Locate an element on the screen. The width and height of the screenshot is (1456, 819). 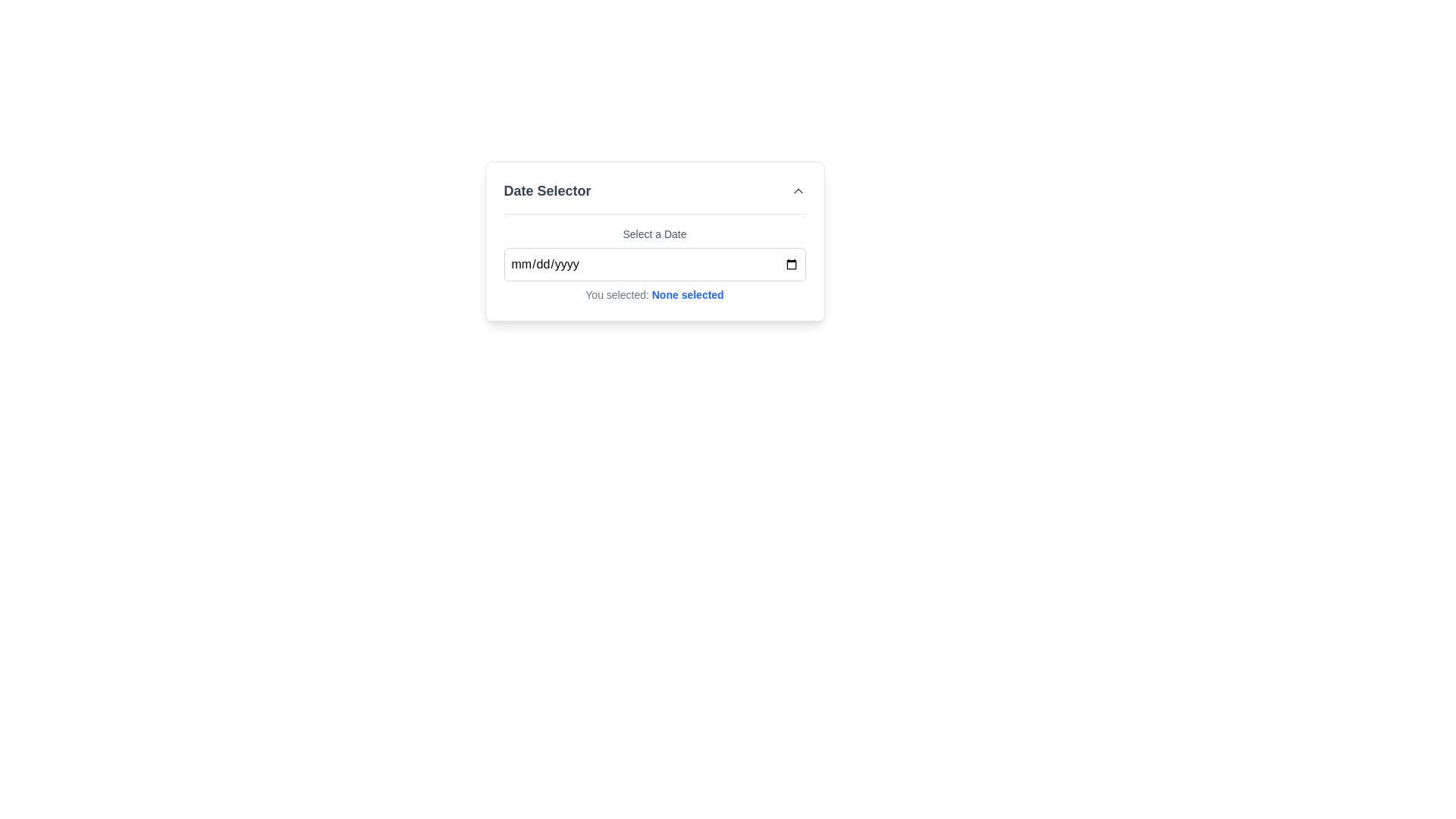
the upward-pointing chevron icon located at the top-right corner of the 'Date Selector' title section is located at coordinates (797, 190).